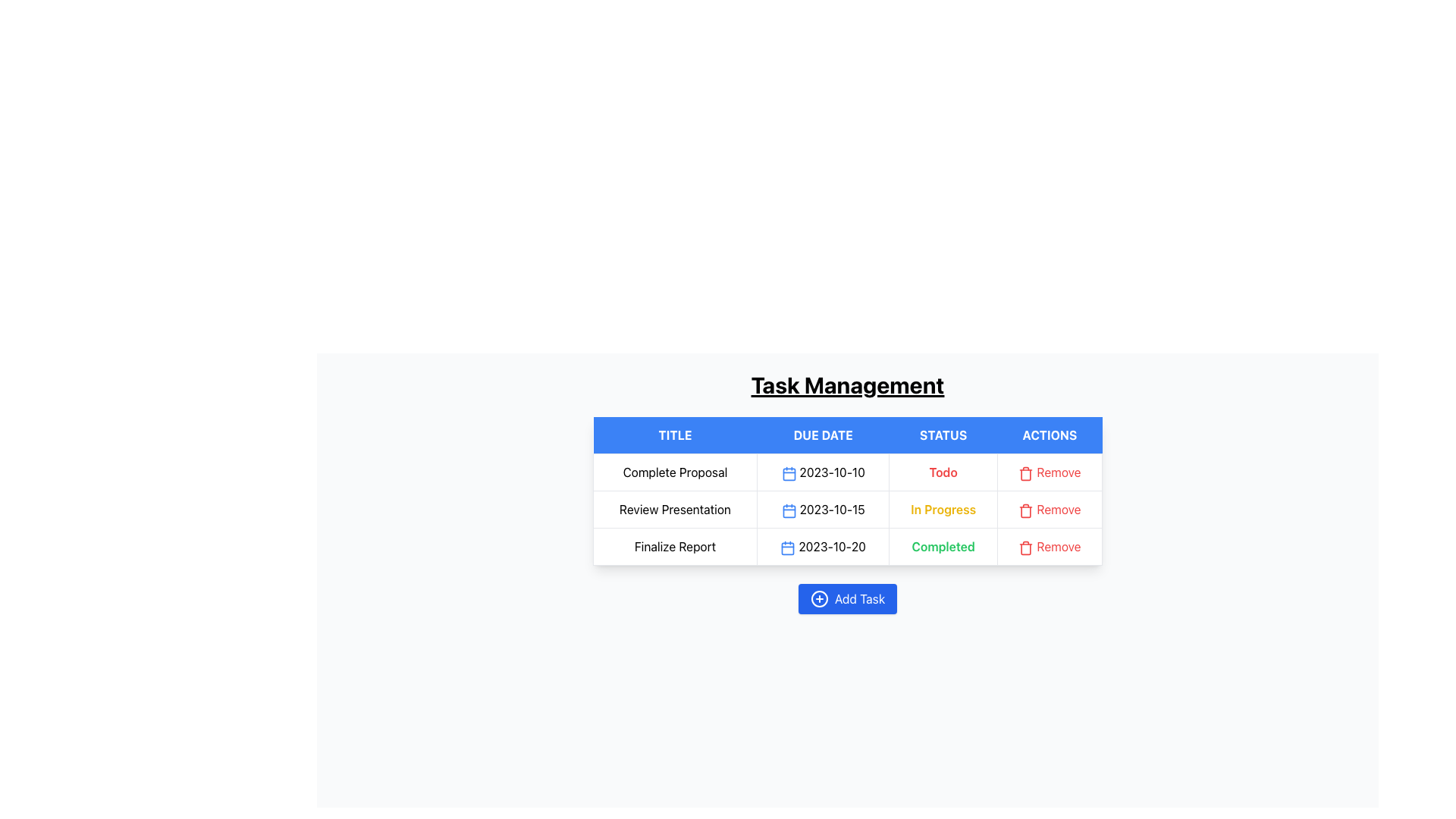  What do you see at coordinates (1026, 510) in the screenshot?
I see `the trash icon button in the 'Actions' column of the table` at bounding box center [1026, 510].